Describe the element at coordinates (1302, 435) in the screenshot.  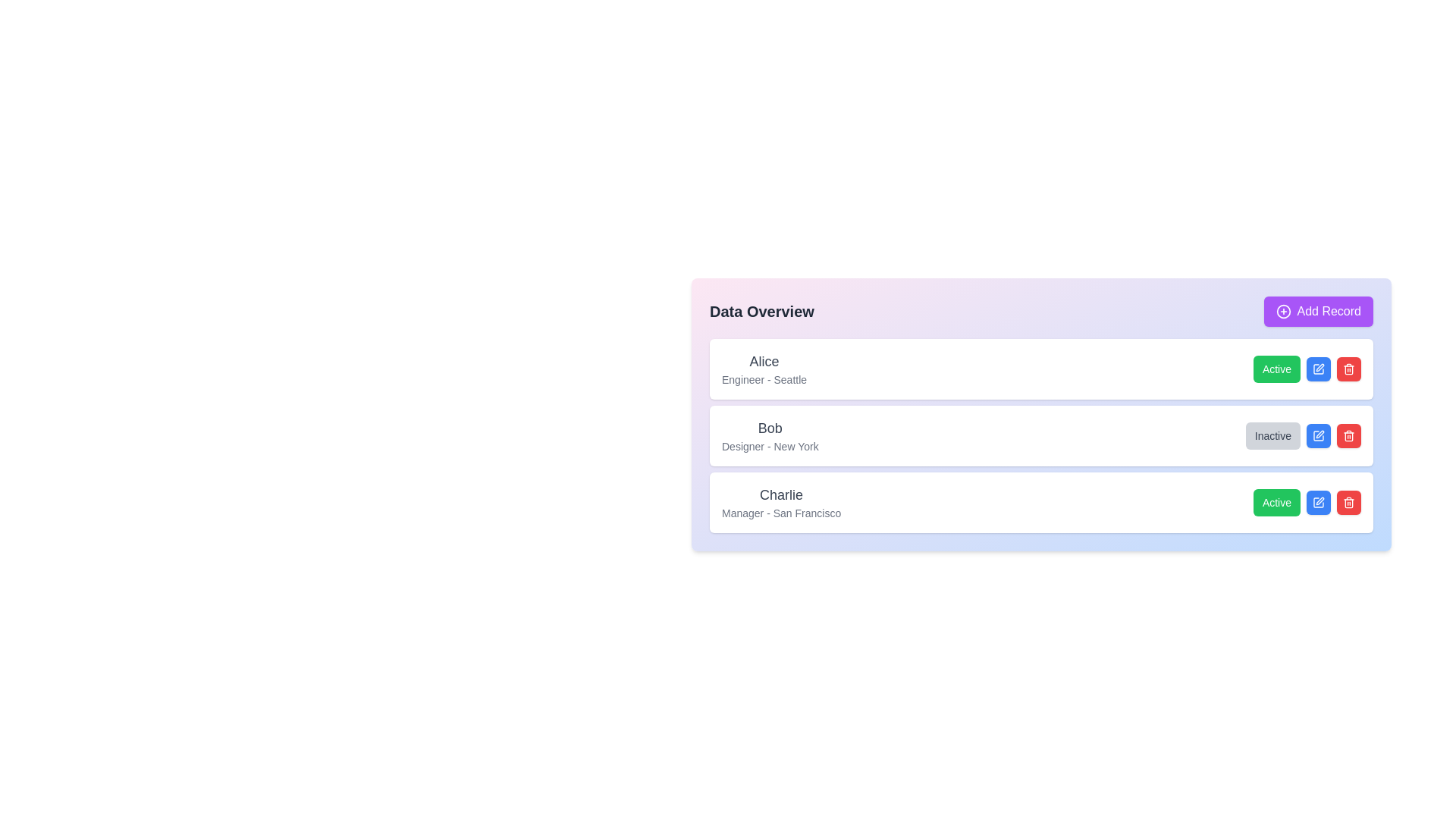
I see `the rectangular gray button labeled 'Inactive' located to the right of the user 'Bob' and below 'Designer - New York' to interact with it` at that location.